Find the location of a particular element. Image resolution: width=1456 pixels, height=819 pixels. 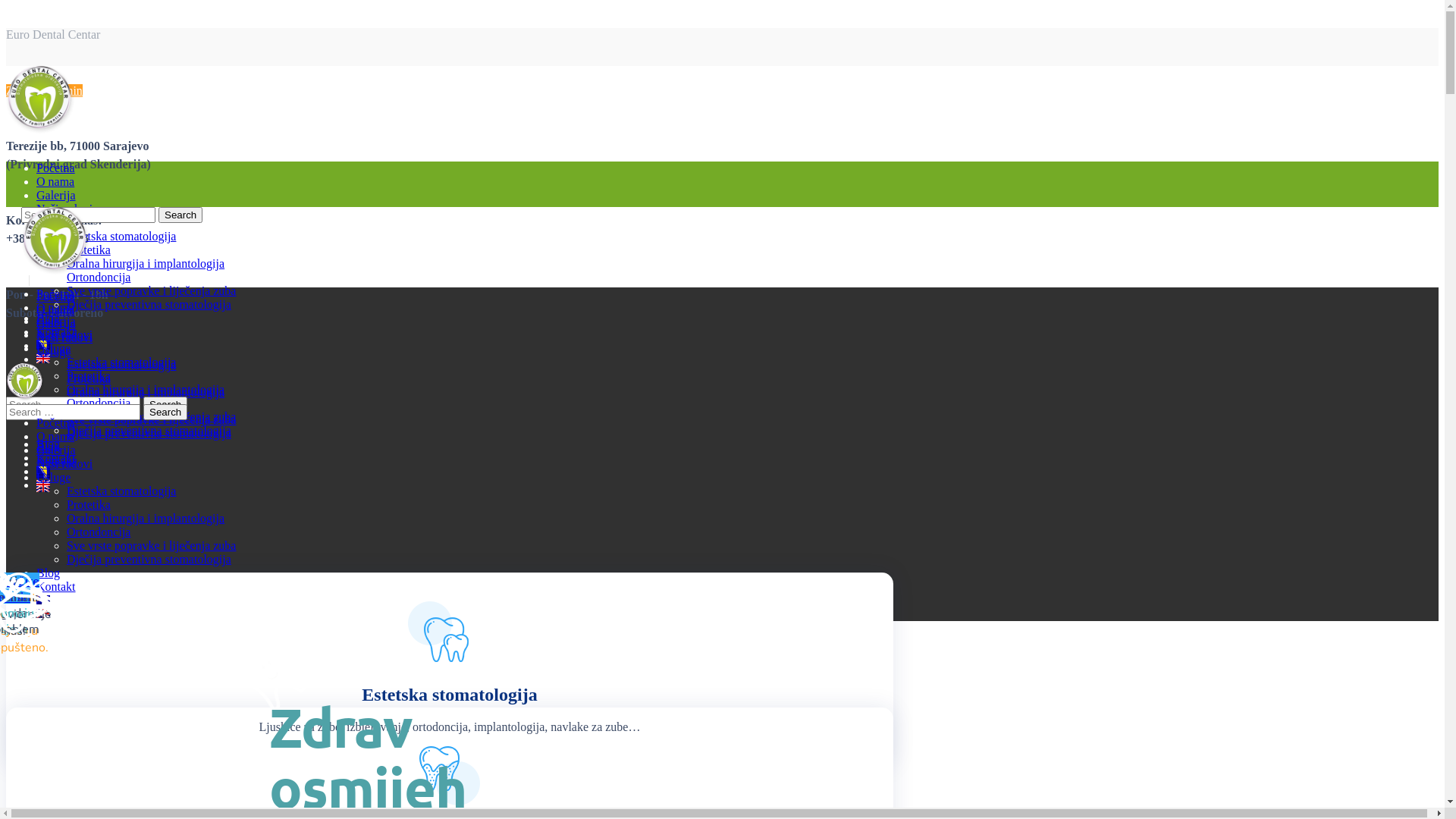

'Estetska stomatologija' is located at coordinates (120, 362).